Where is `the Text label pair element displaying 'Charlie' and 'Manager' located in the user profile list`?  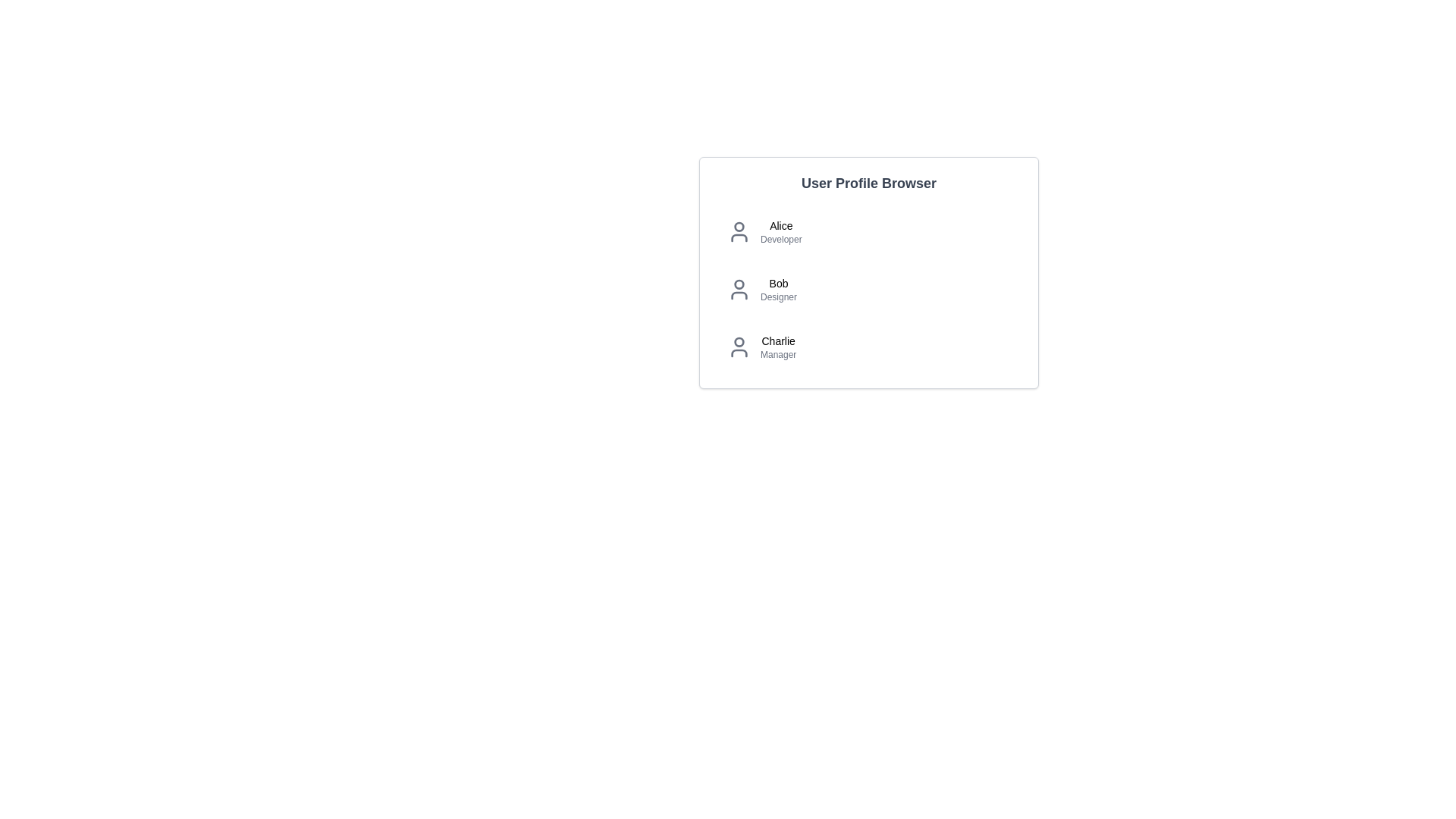
the Text label pair element displaying 'Charlie' and 'Manager' located in the user profile list is located at coordinates (778, 347).